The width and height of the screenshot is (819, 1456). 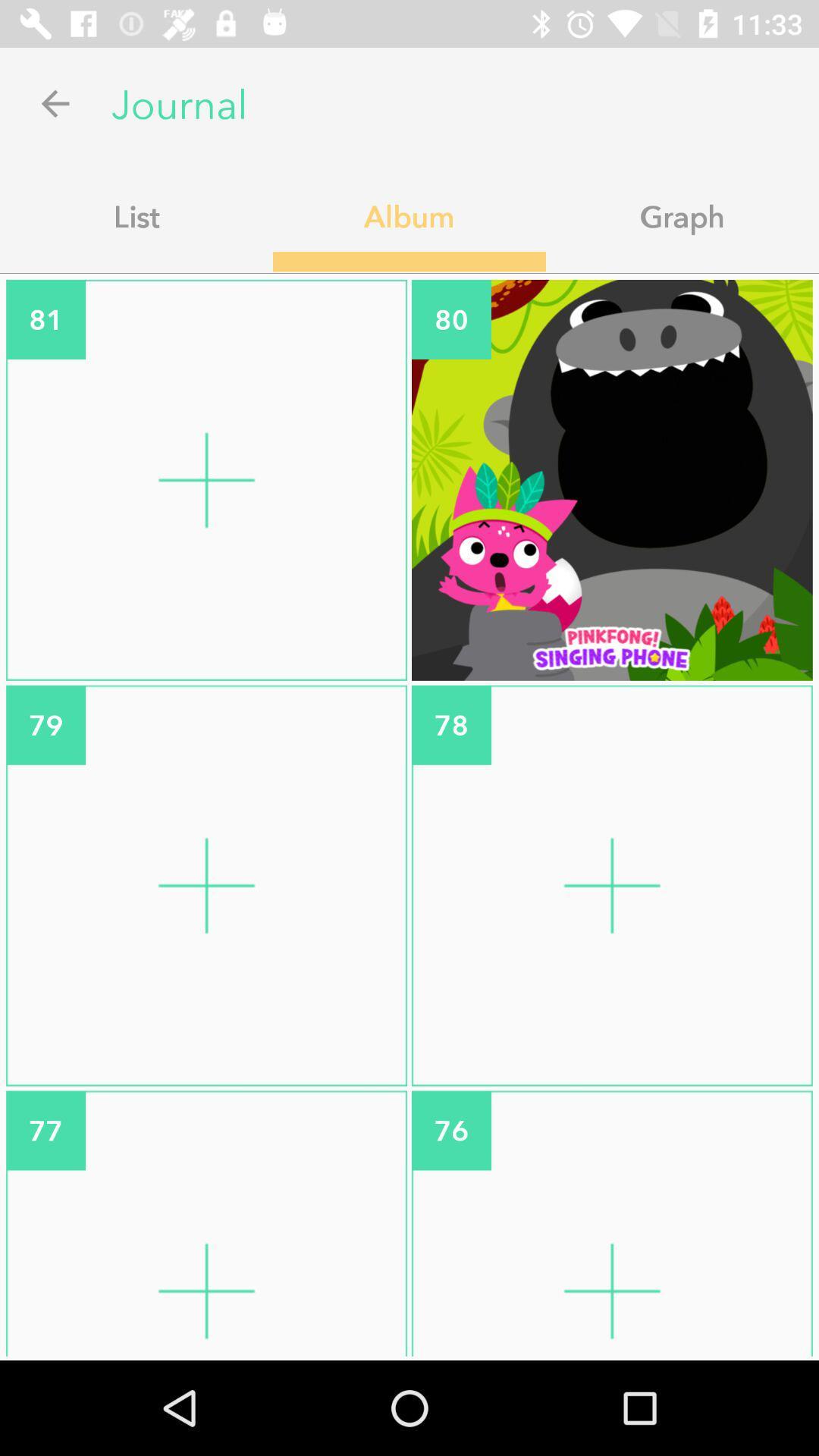 I want to click on icon to the left of journal item, so click(x=55, y=102).